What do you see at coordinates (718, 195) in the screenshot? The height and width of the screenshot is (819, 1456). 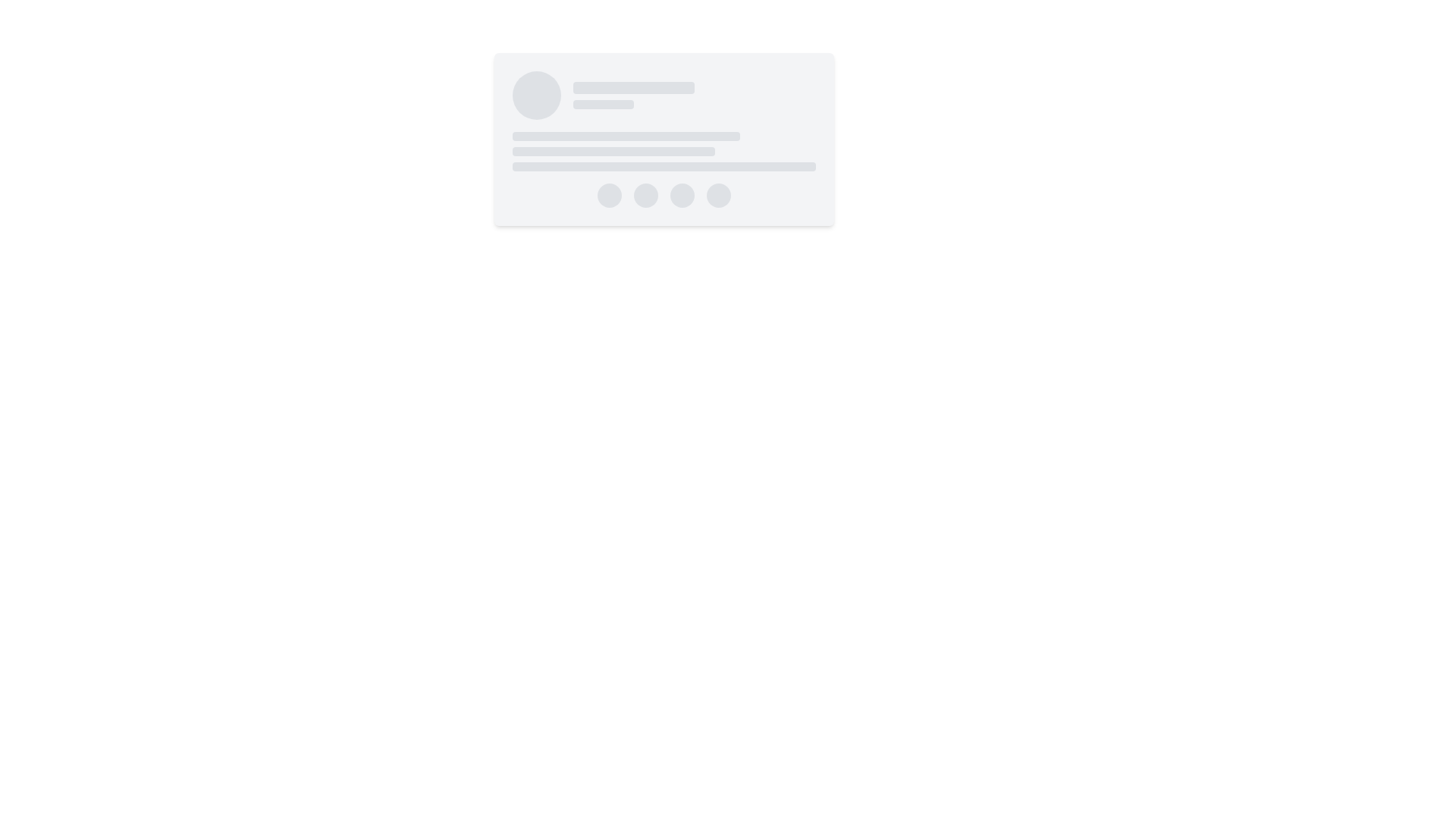 I see `the Loading Placeholder Indicator, which is a small circular shape with a light gray color, indicating a loading state and located as the fourth item in a sequence of circular elements` at bounding box center [718, 195].